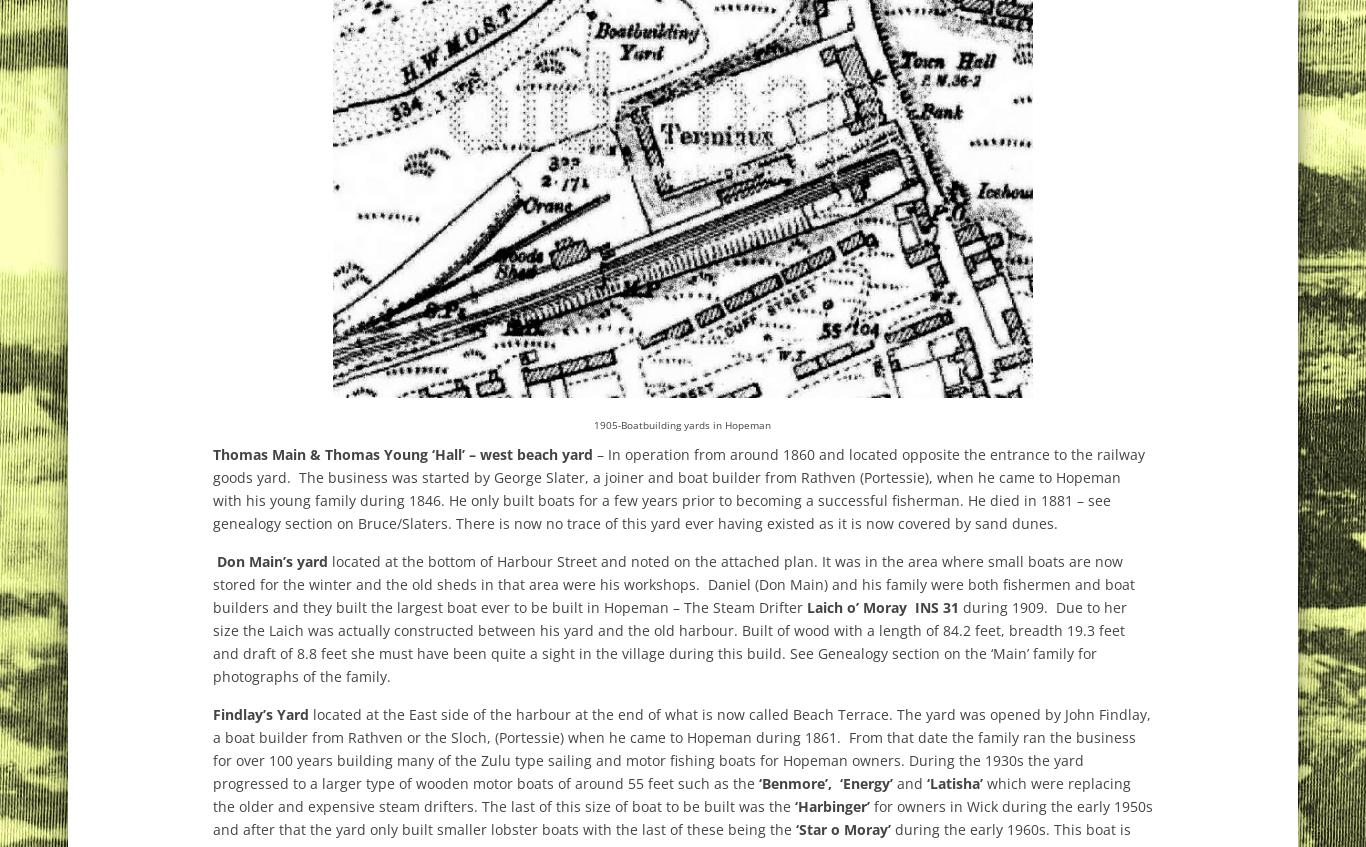  What do you see at coordinates (211, 641) in the screenshot?
I see `'during 1909.  Due to her size the Laich was actually constructed between his yard and the old harbour. Built of wood with a length of 84.2 feet, breadth 19.3 feet and draft of 8.8 feet she must have been quite a sight in the village during this build. See Genealogy section on the ‘Main’ family for photographs of the family.'` at bounding box center [211, 641].